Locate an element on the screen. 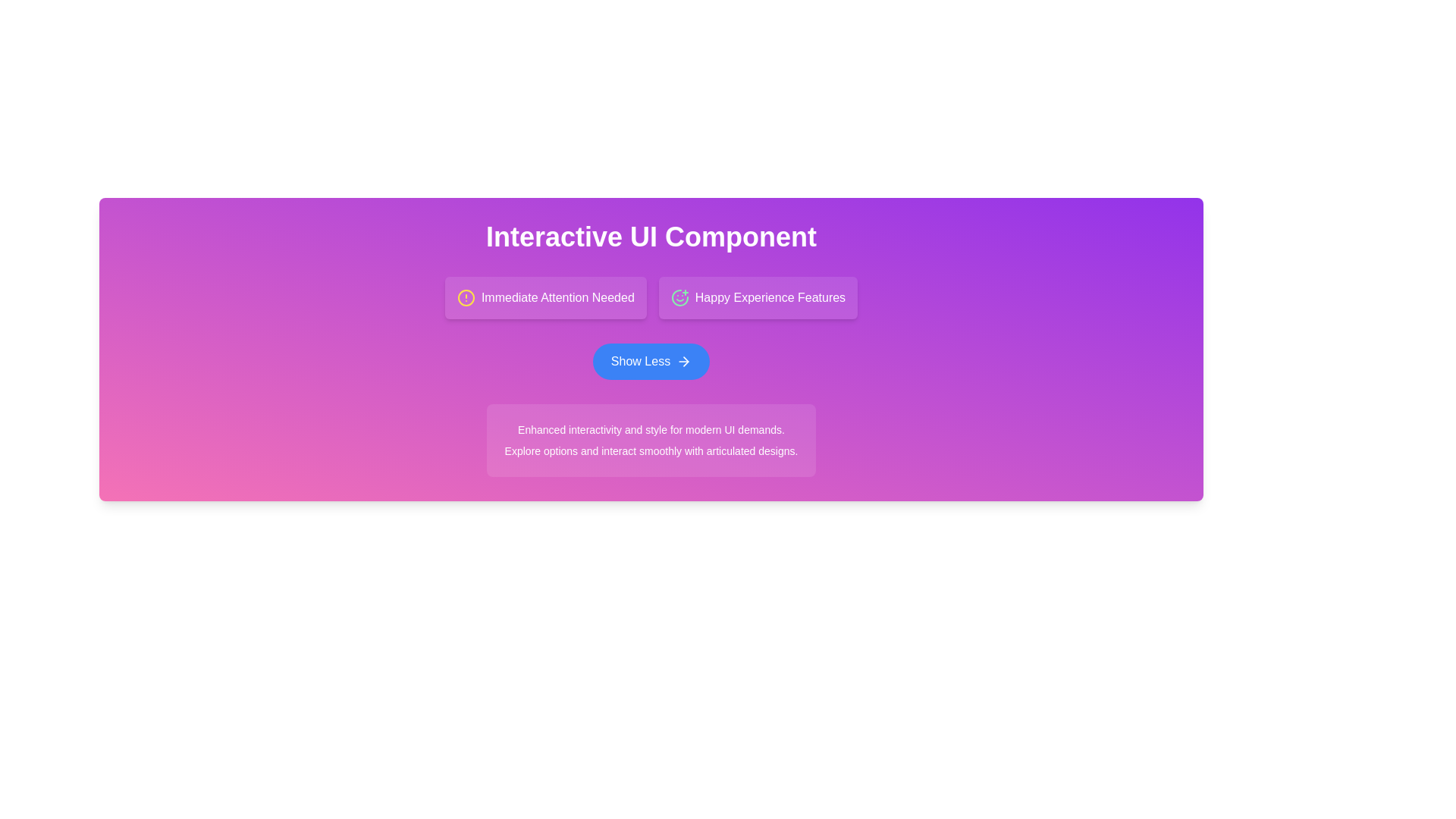 The height and width of the screenshot is (819, 1456). the text label that reads 'Immediate Attention Needed', which is styled in a standard, sans-serif font and appears white against a gradient background is located at coordinates (557, 298).